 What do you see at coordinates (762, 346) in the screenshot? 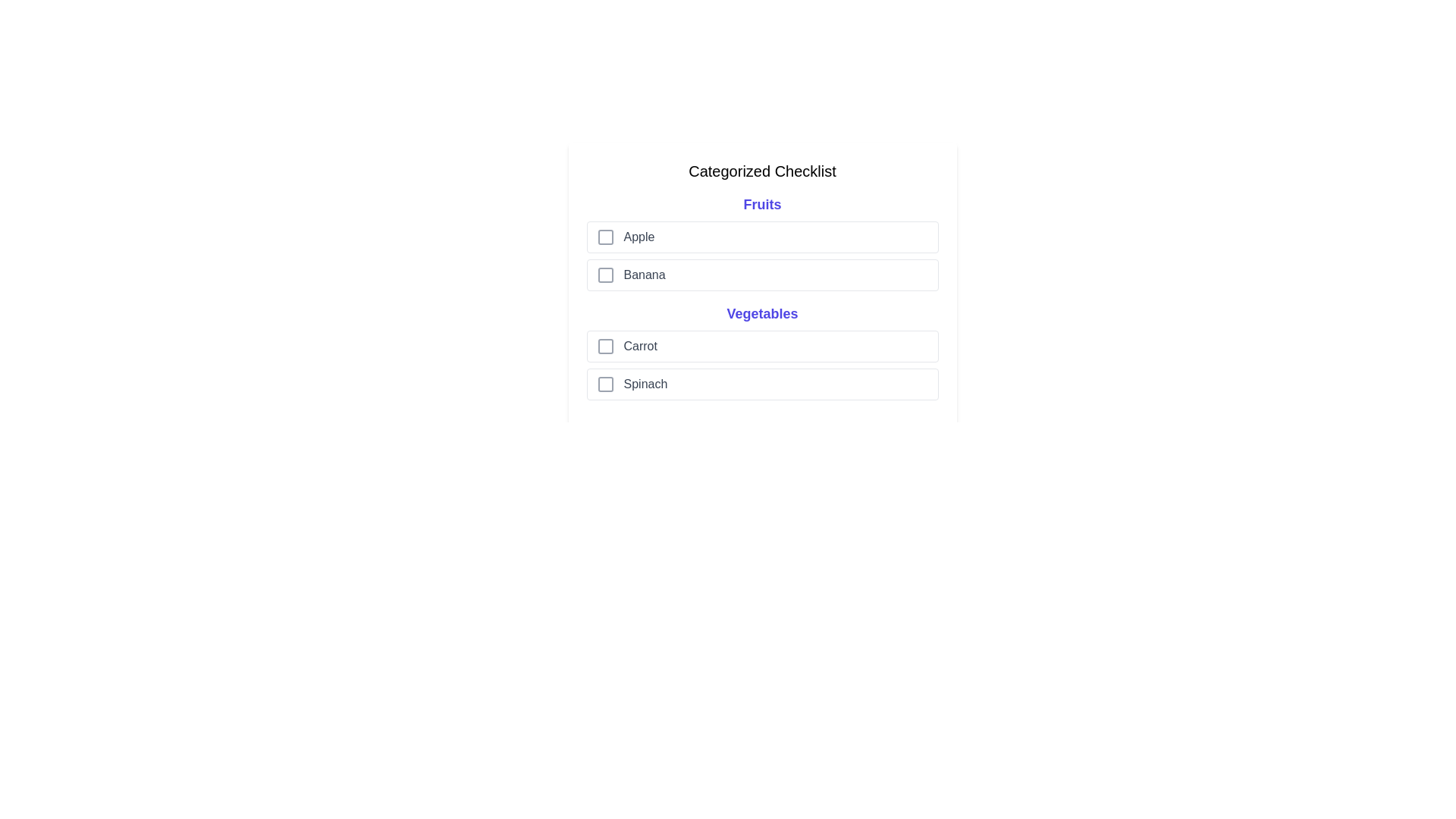
I see `the checkbox for 'Carrot' in the 'Vegetables' section` at bounding box center [762, 346].